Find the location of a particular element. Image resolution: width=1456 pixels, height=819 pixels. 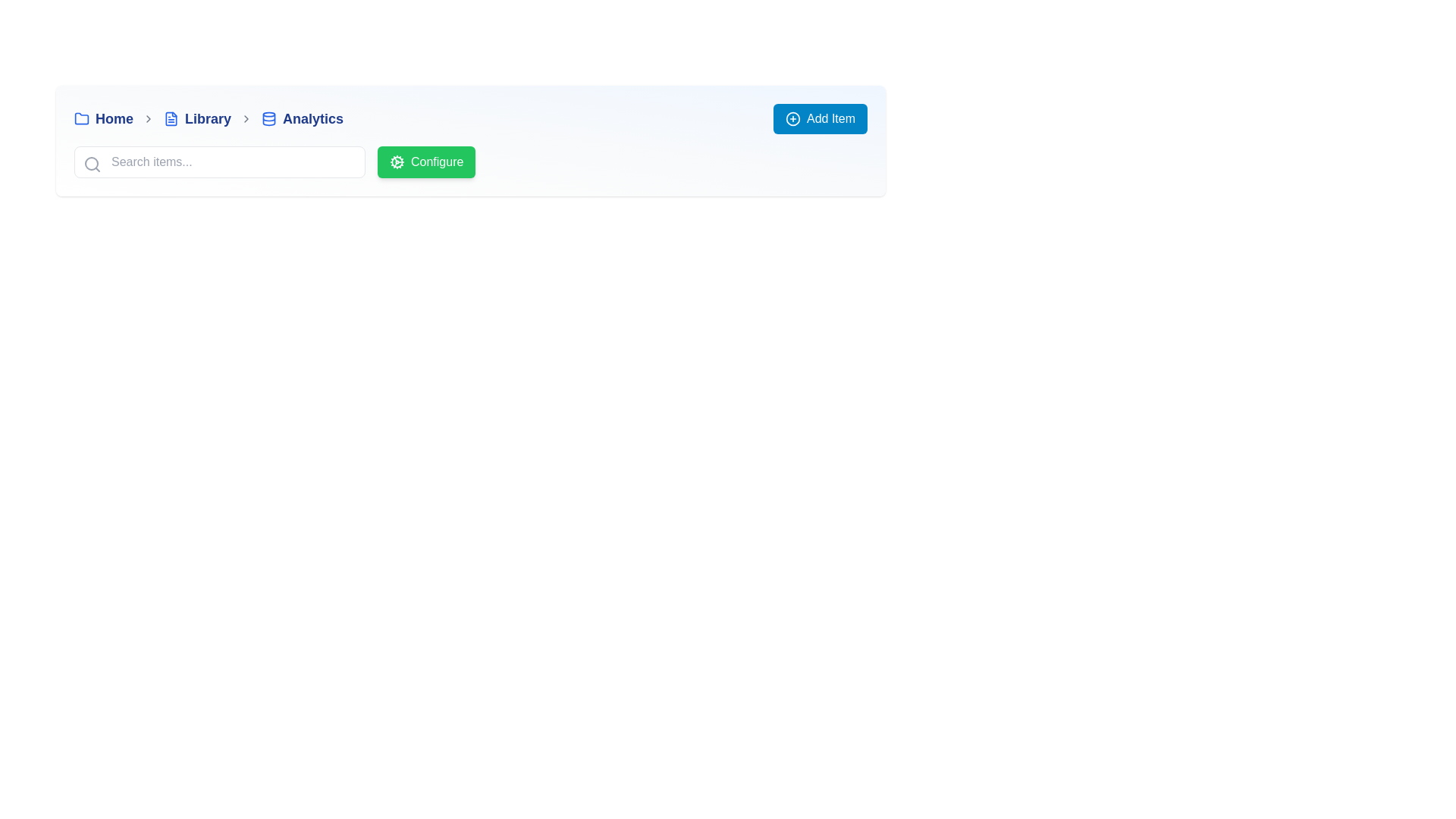

the decorative circle in the icon located centrally within the icon design, positioned to the left of the blue 'Add Item' button is located at coordinates (792, 118).